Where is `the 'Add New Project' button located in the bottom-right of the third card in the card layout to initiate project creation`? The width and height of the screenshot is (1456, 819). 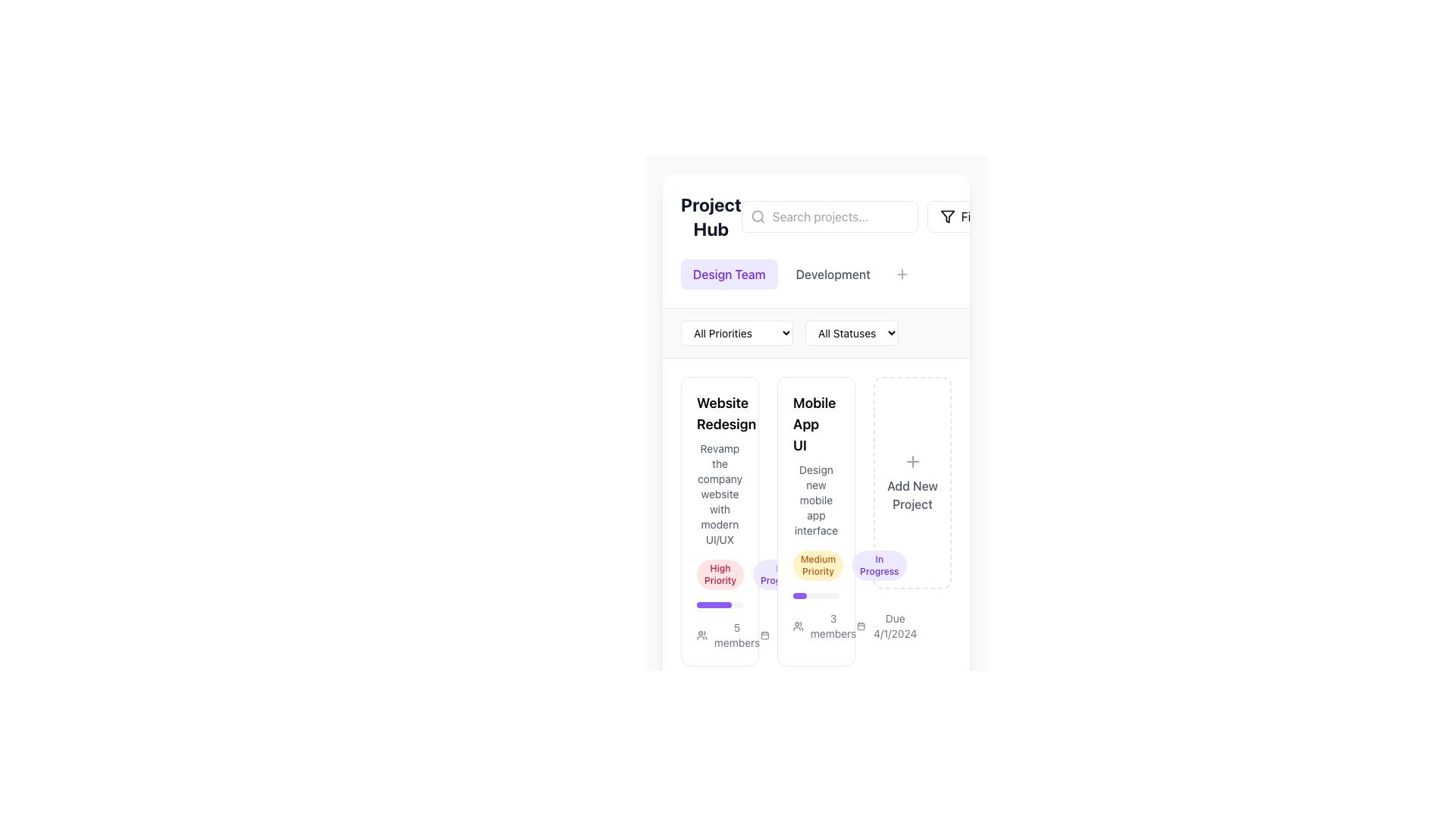 the 'Add New Project' button located in the bottom-right of the third card in the card layout to initiate project creation is located at coordinates (912, 482).